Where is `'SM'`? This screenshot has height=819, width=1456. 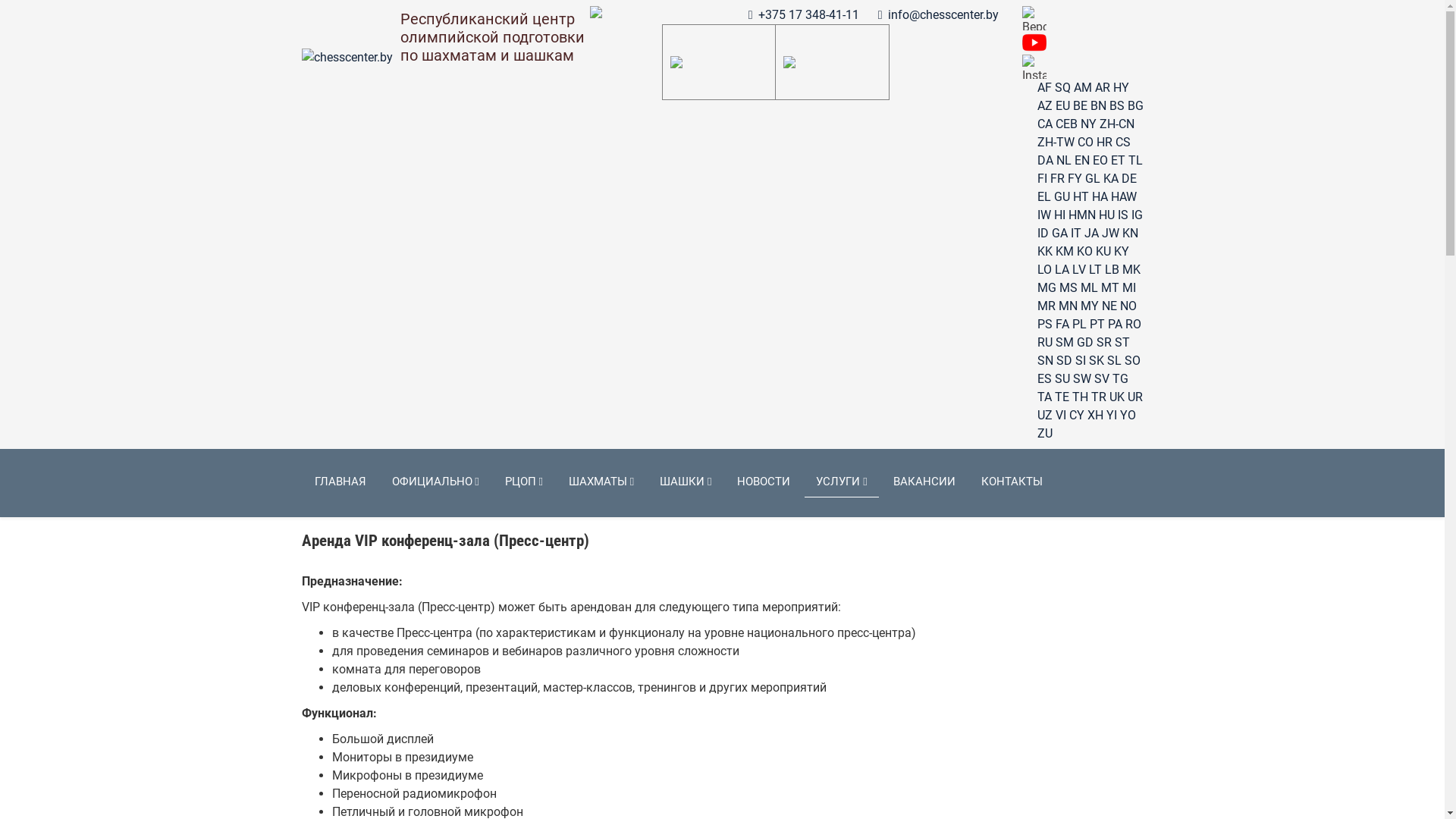
'SM' is located at coordinates (1063, 342).